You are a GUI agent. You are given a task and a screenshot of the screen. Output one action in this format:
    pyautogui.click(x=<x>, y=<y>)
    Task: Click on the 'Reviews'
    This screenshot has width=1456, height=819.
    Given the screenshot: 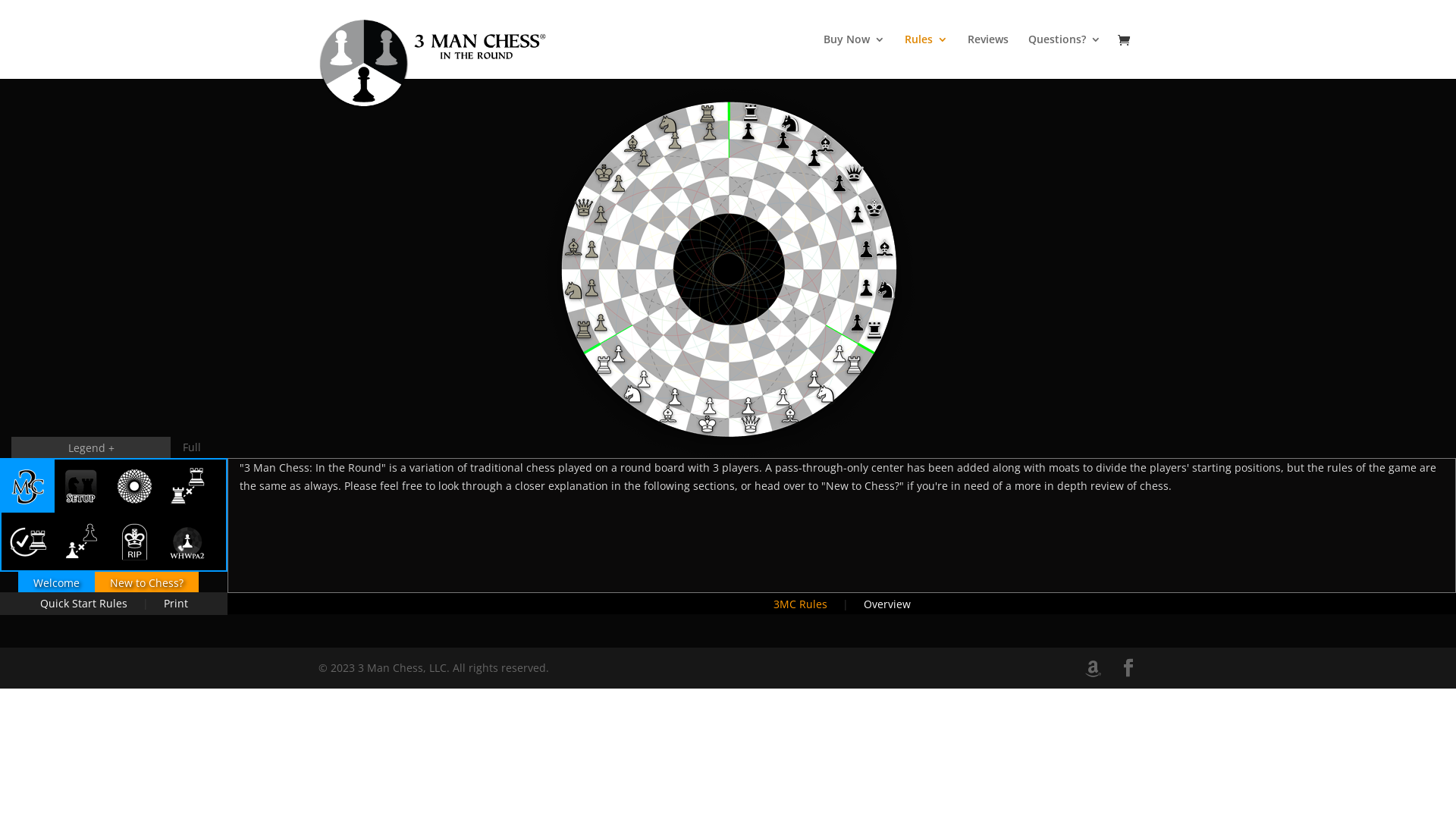 What is the action you would take?
    pyautogui.click(x=987, y=55)
    